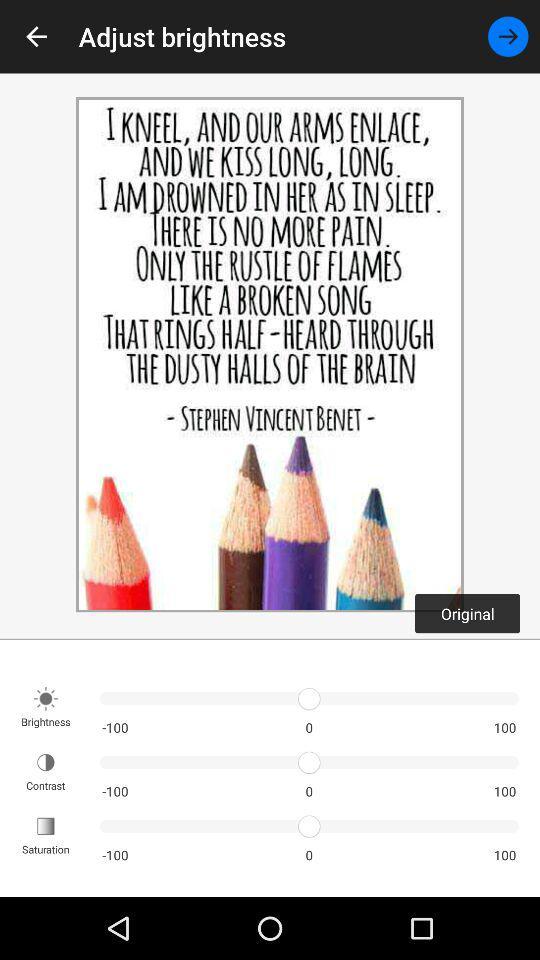  I want to click on the item next to adjust brightness item, so click(36, 35).